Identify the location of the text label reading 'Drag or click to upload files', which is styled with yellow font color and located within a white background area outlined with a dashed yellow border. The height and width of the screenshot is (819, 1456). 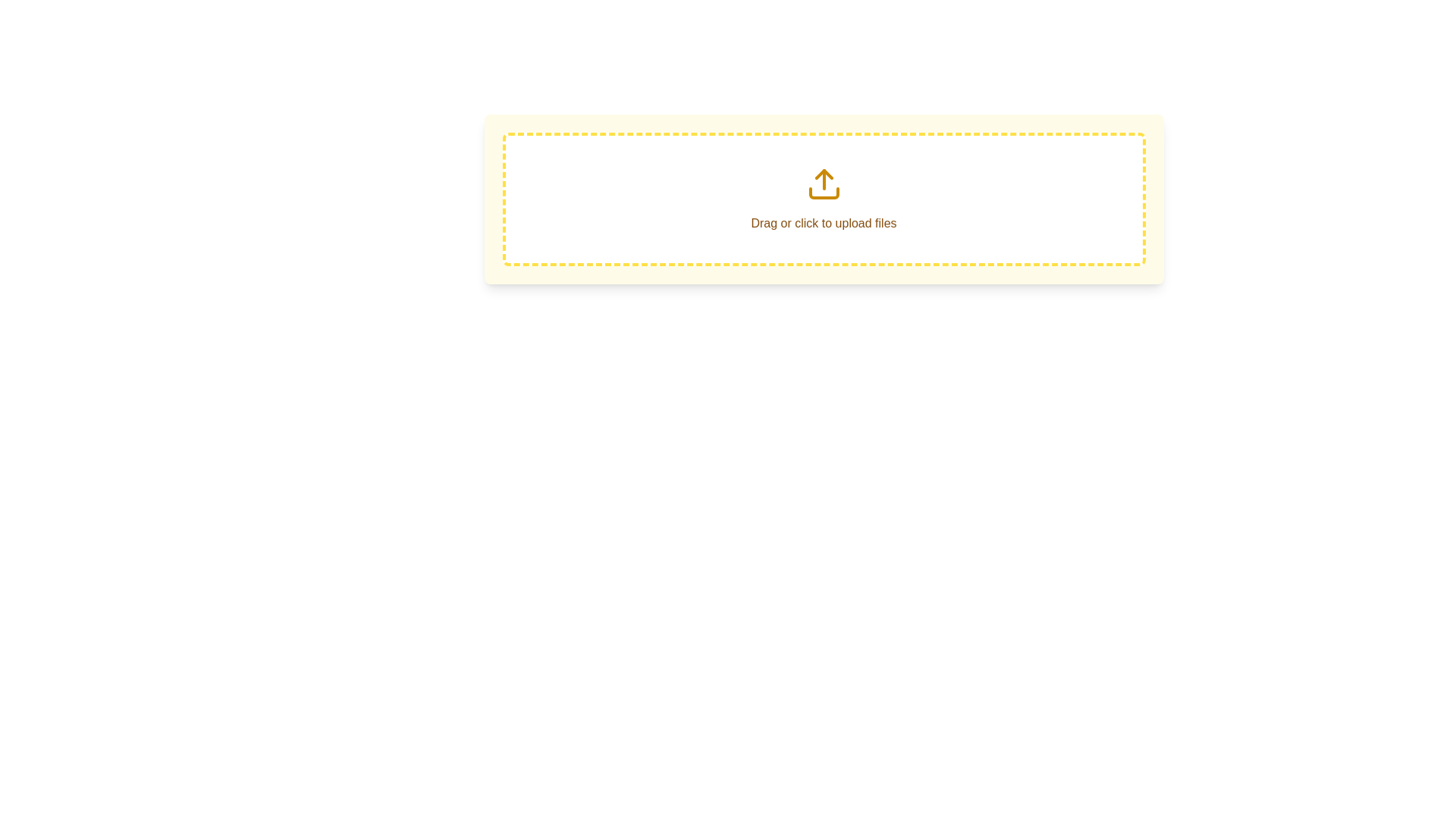
(823, 198).